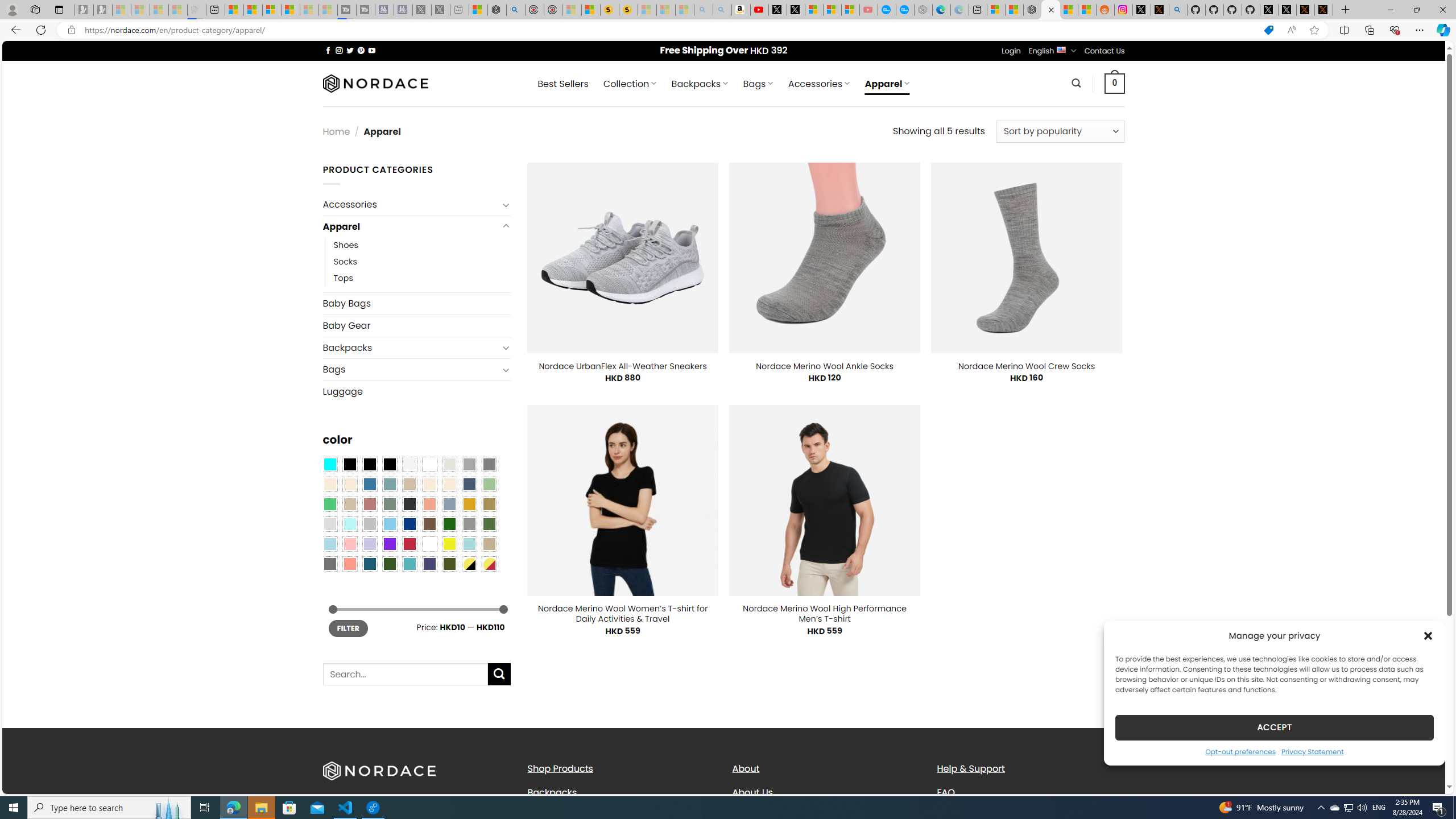  What do you see at coordinates (1268, 9) in the screenshot?
I see `'Profile / X'` at bounding box center [1268, 9].